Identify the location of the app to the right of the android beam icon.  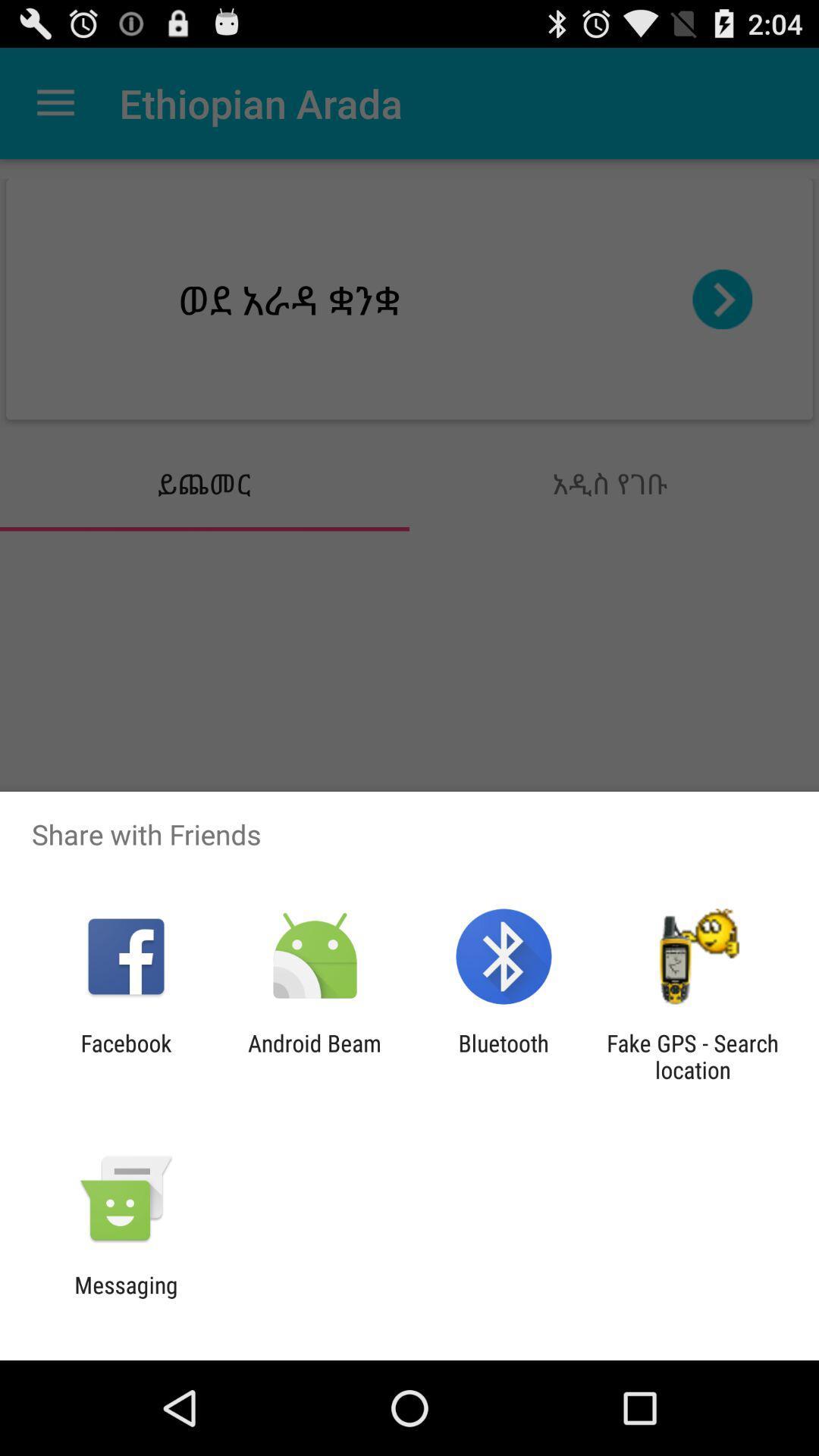
(504, 1056).